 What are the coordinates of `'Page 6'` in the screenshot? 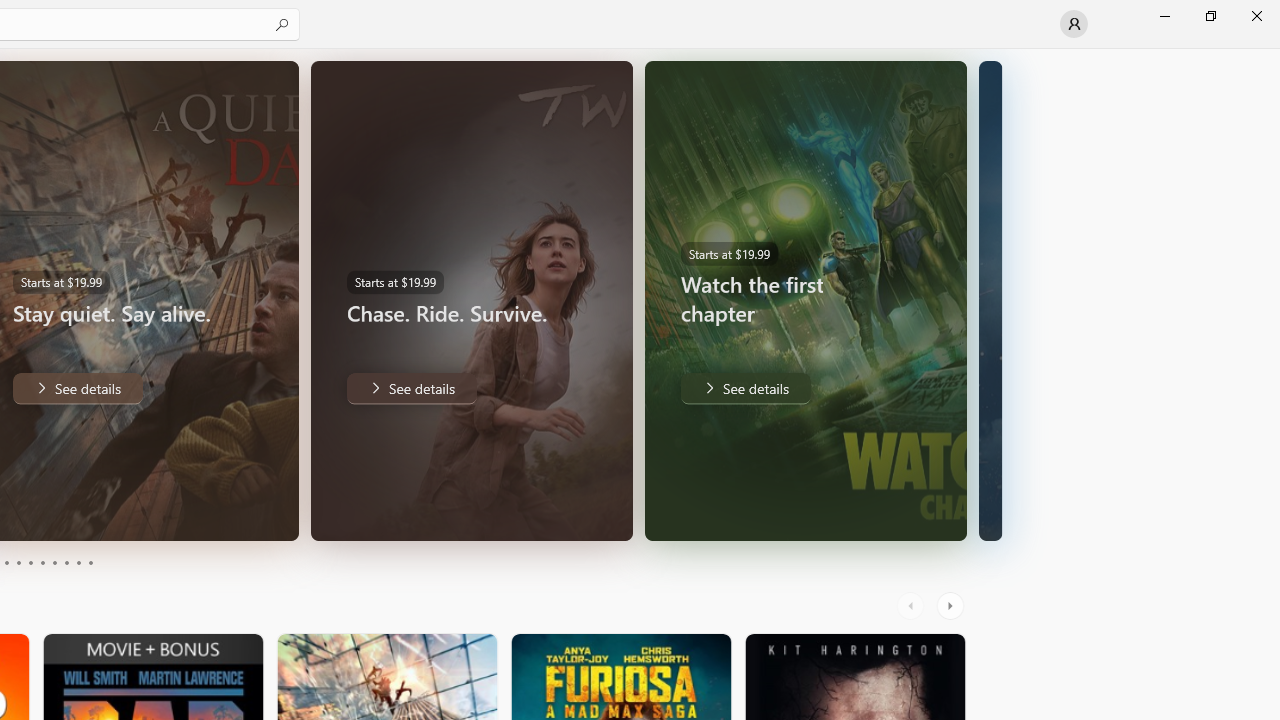 It's located at (42, 563).